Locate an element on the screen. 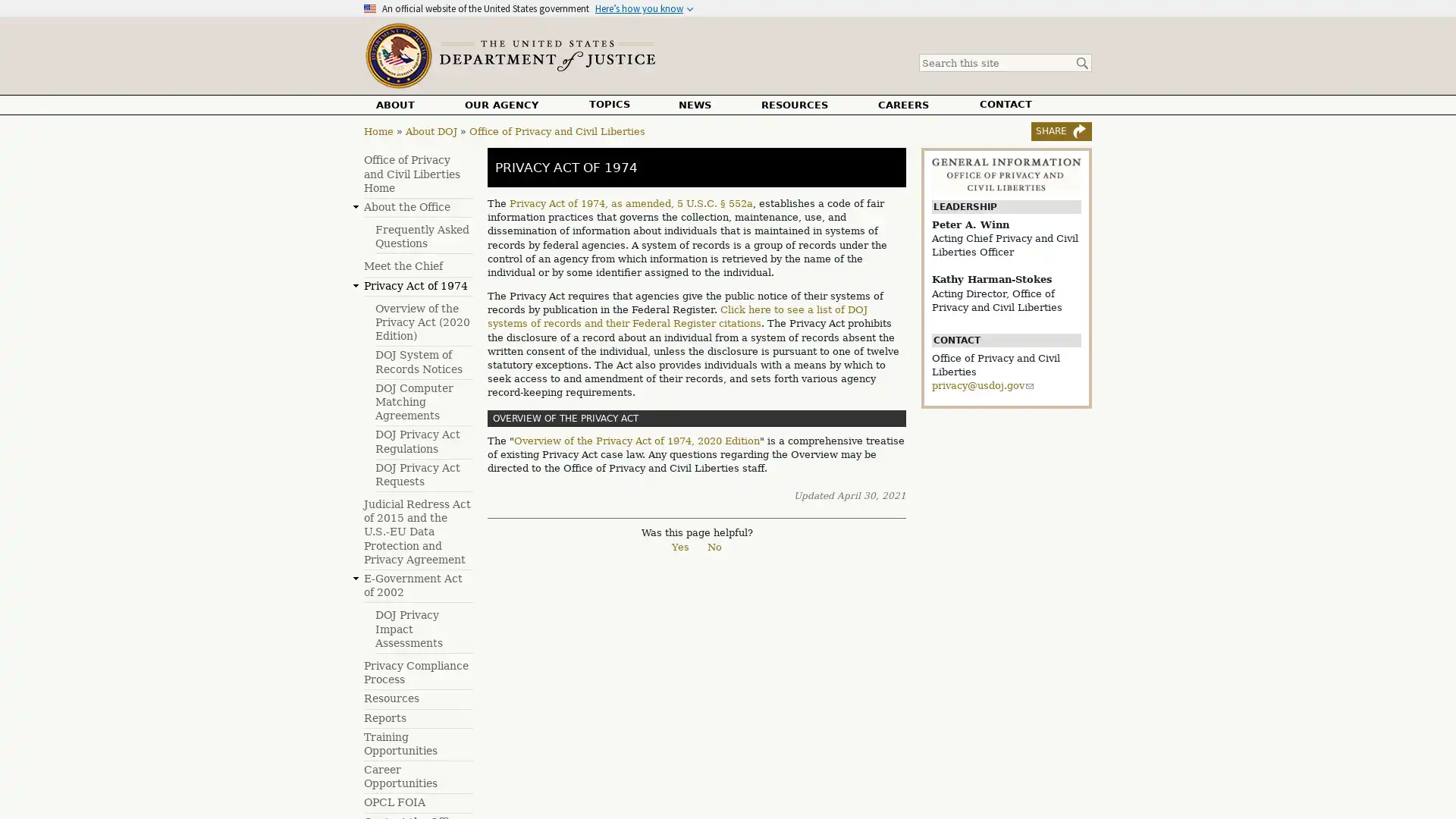  Heres how you know is located at coordinates (644, 8).